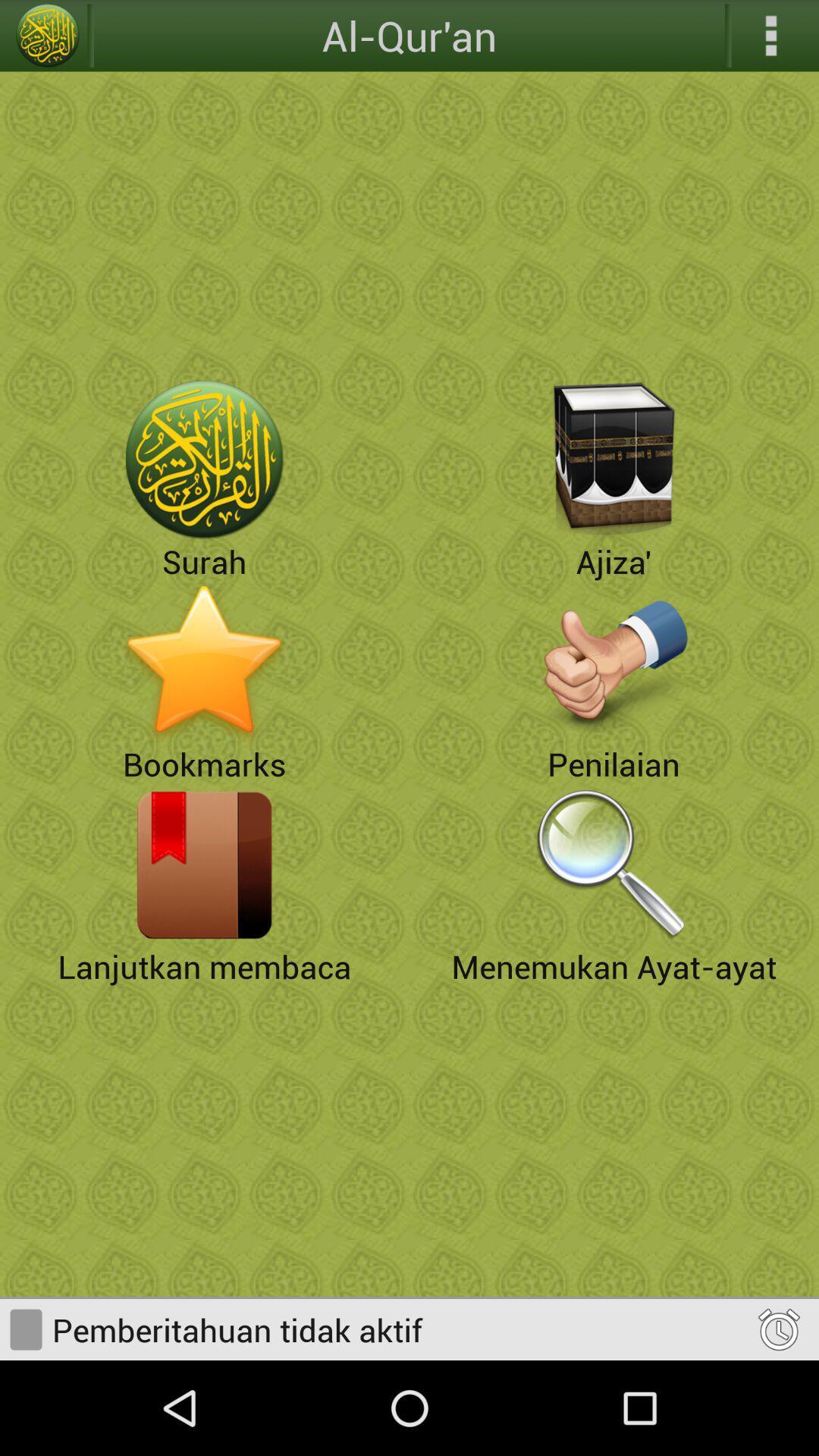 This screenshot has width=819, height=1456. Describe the element at coordinates (779, 1422) in the screenshot. I see `the time icon` at that location.